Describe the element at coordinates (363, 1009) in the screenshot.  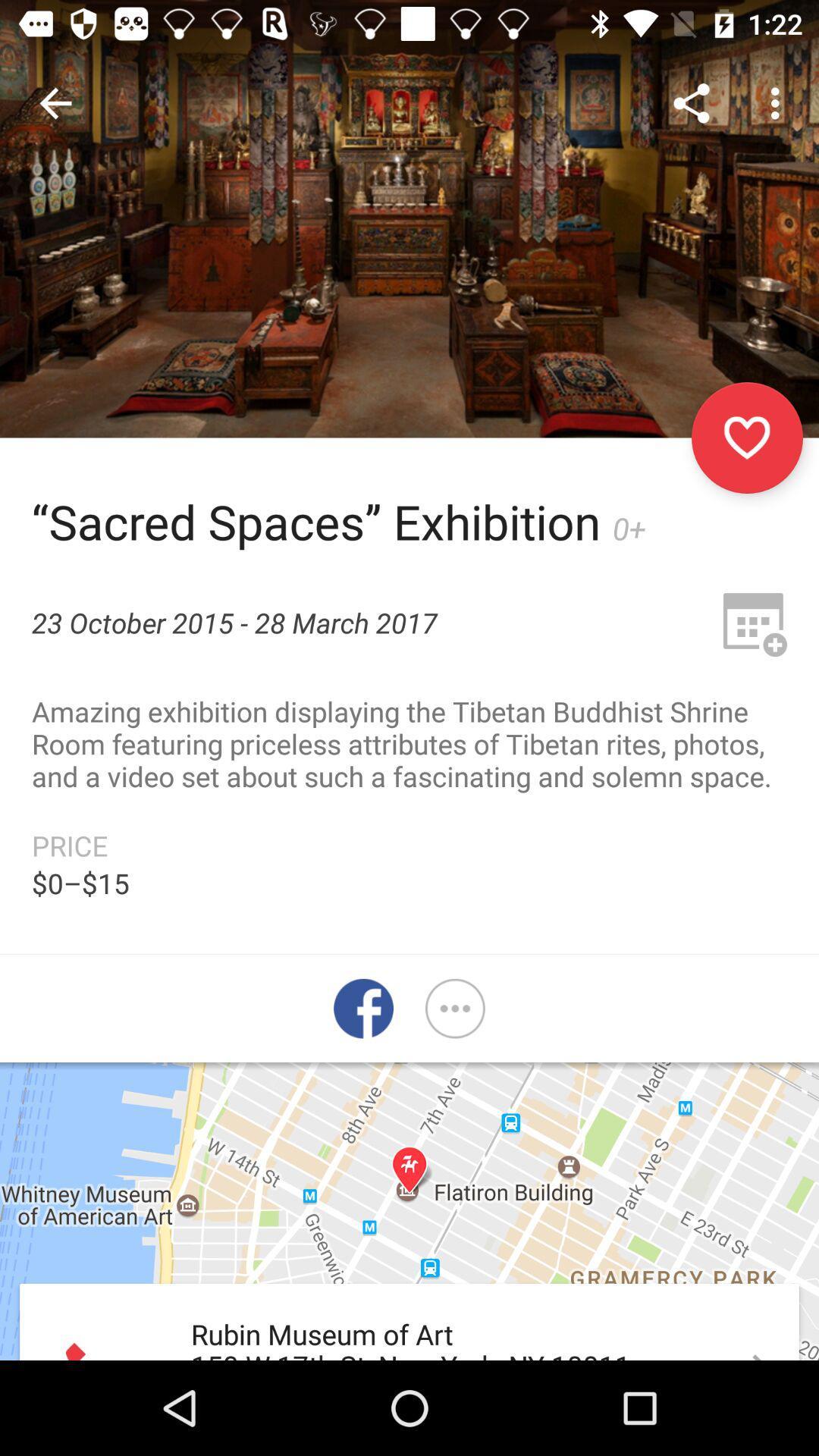
I see `the facebook icon` at that location.